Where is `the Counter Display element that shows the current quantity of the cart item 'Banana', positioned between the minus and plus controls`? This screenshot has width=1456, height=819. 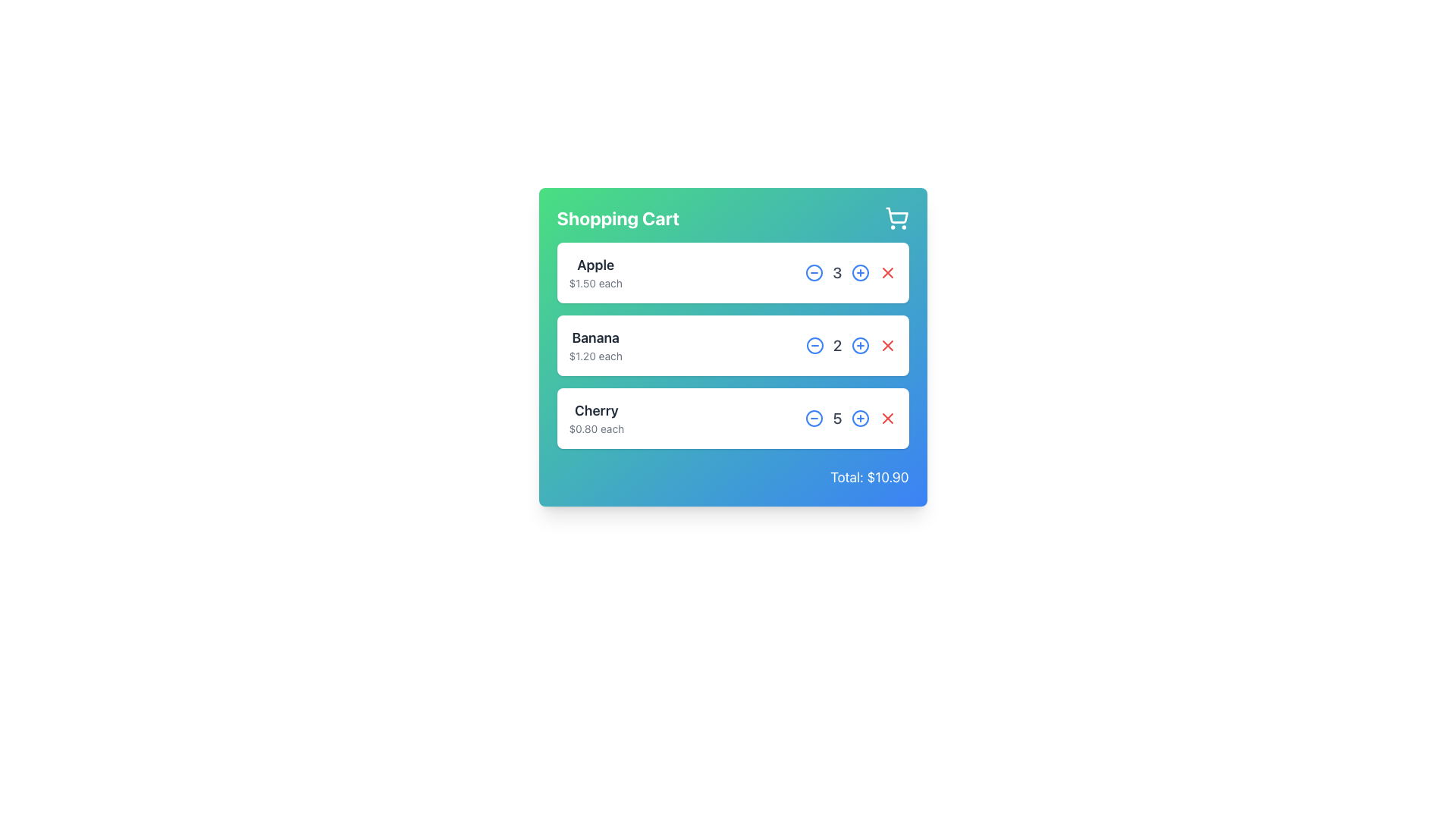 the Counter Display element that shows the current quantity of the cart item 'Banana', positioned between the minus and plus controls is located at coordinates (836, 345).